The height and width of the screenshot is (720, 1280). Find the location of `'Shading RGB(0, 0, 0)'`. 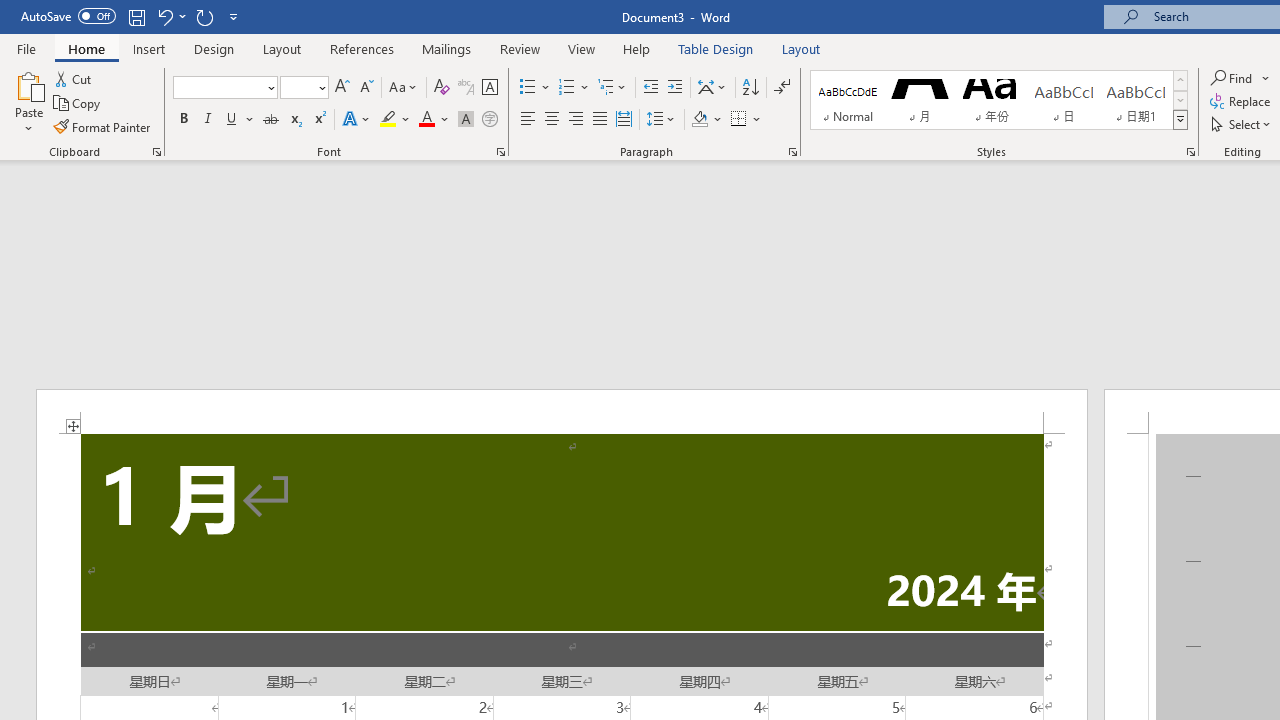

'Shading RGB(0, 0, 0)' is located at coordinates (699, 119).